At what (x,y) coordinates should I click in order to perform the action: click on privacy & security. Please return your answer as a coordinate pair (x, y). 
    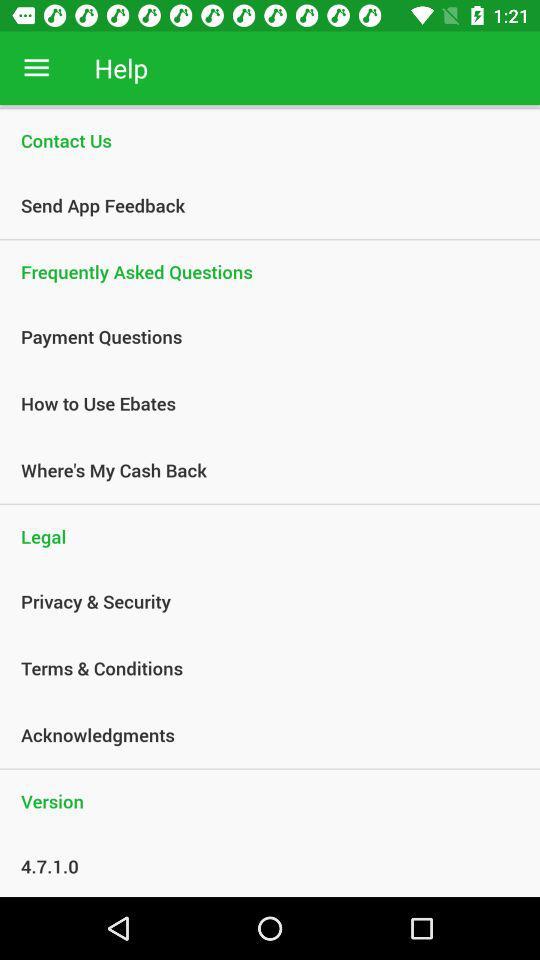
    Looking at the image, I should click on (259, 600).